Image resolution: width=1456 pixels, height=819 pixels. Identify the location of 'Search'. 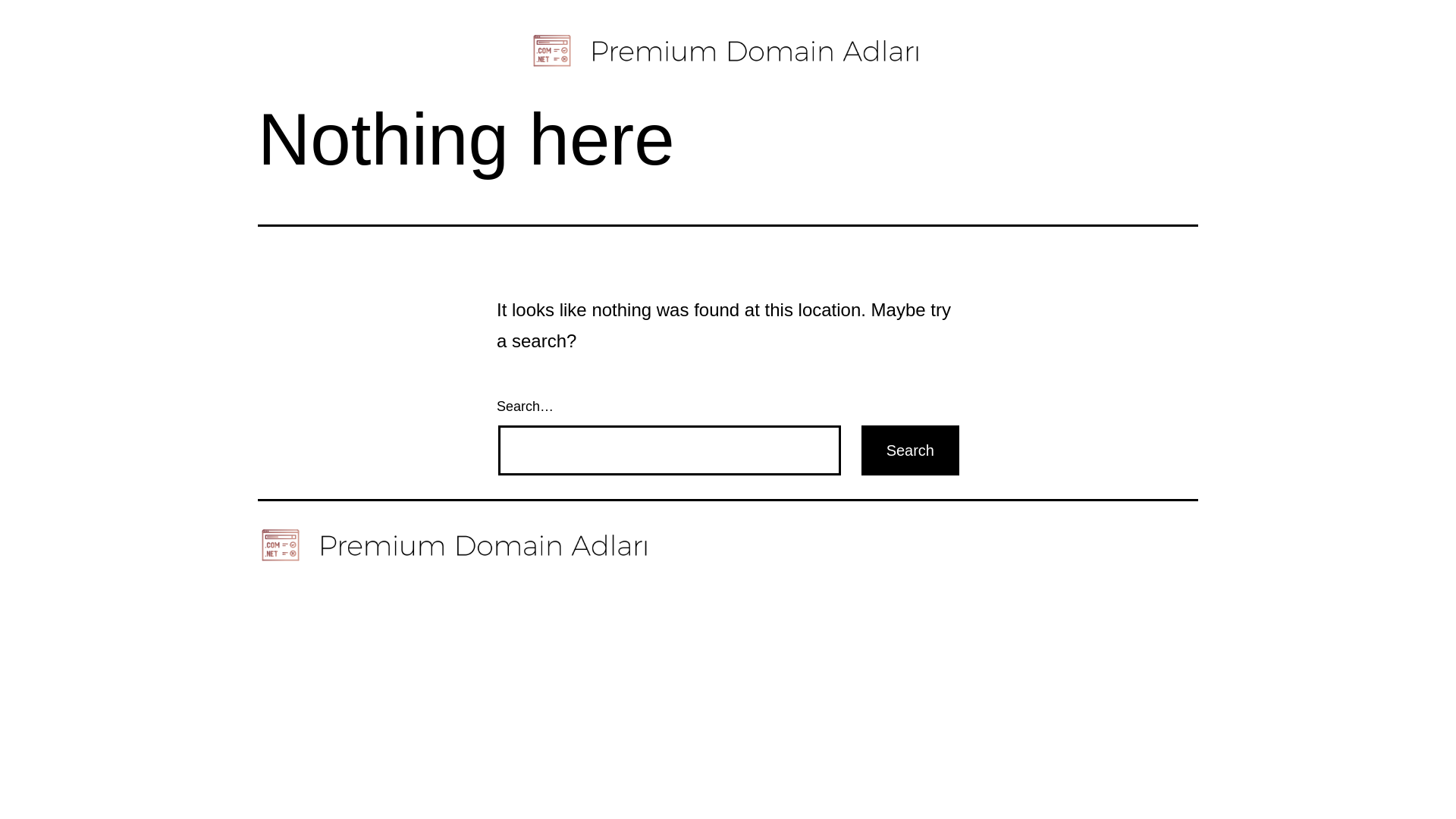
(910, 450).